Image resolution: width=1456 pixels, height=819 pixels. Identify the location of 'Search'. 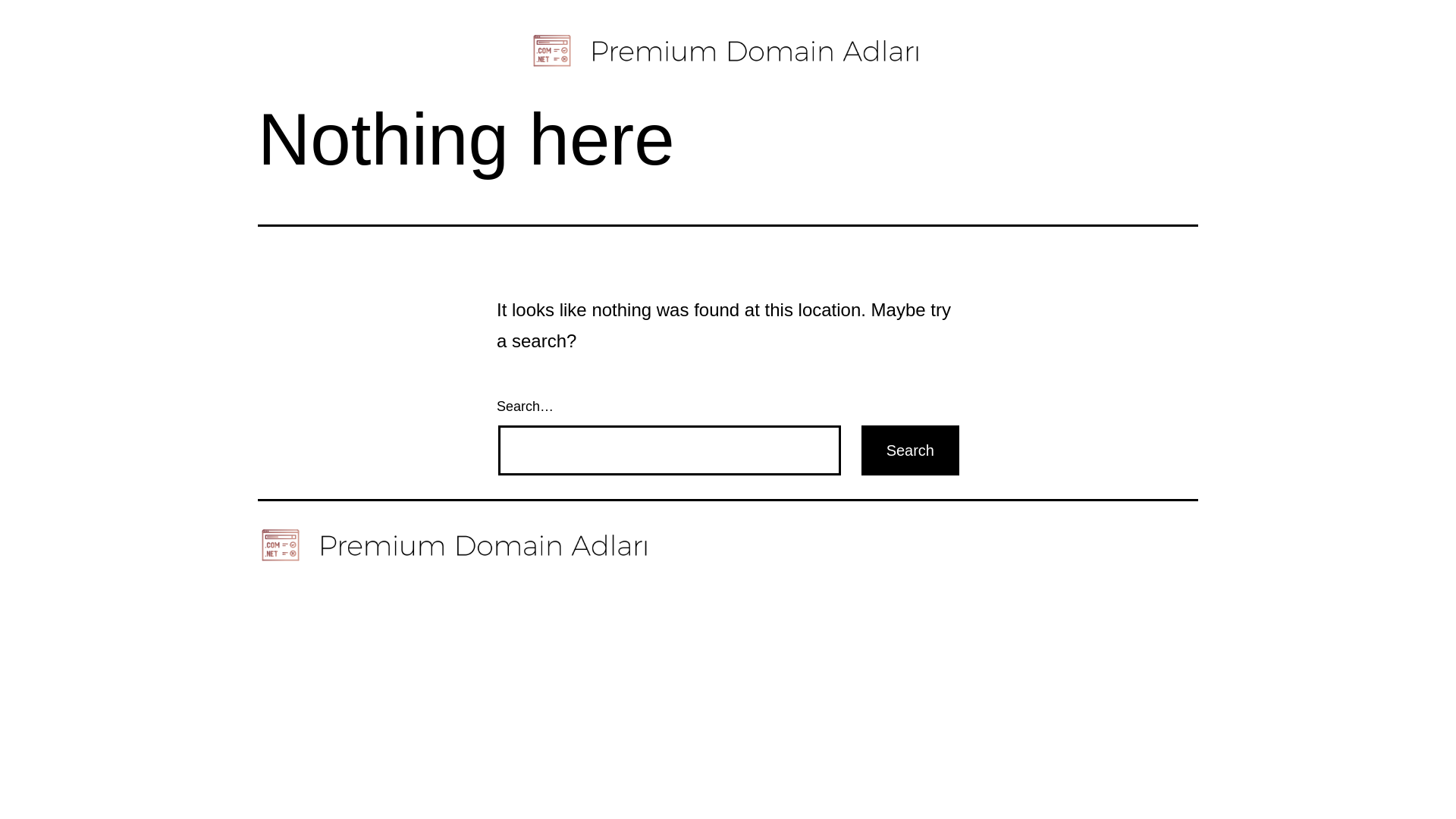
(910, 450).